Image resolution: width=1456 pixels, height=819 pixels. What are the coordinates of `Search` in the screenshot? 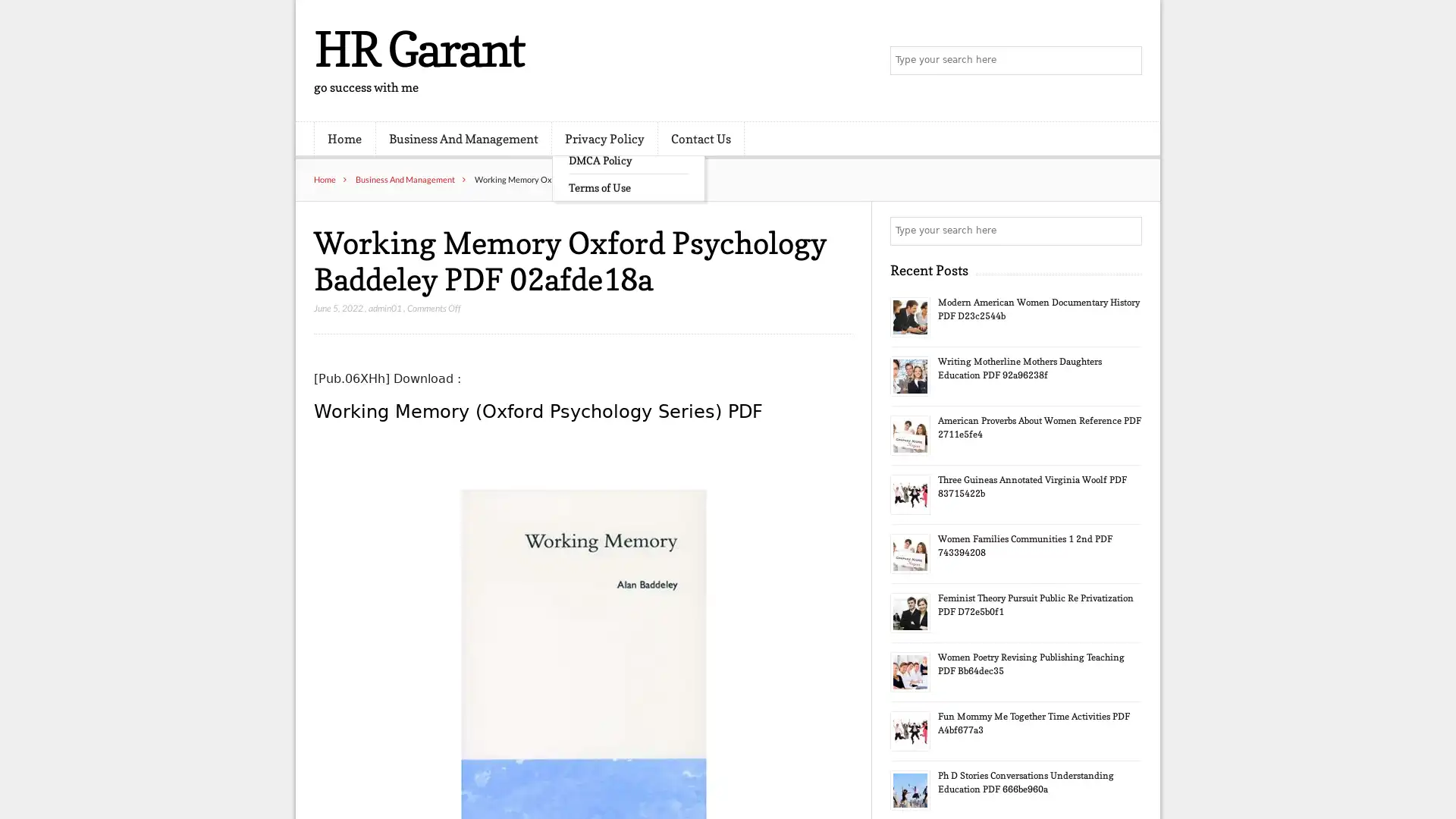 It's located at (1126, 61).